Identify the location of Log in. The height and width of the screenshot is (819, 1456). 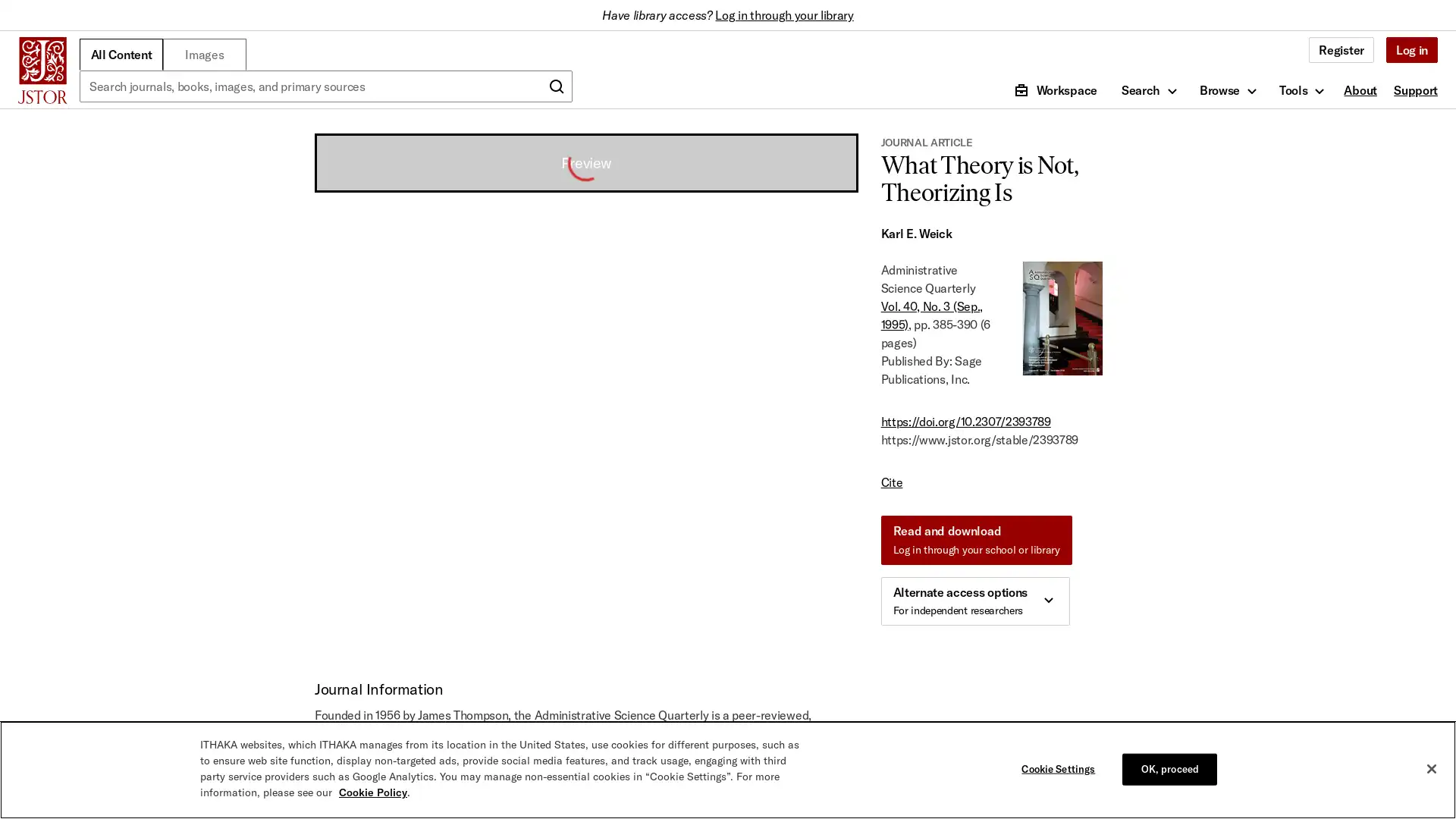
(1410, 49).